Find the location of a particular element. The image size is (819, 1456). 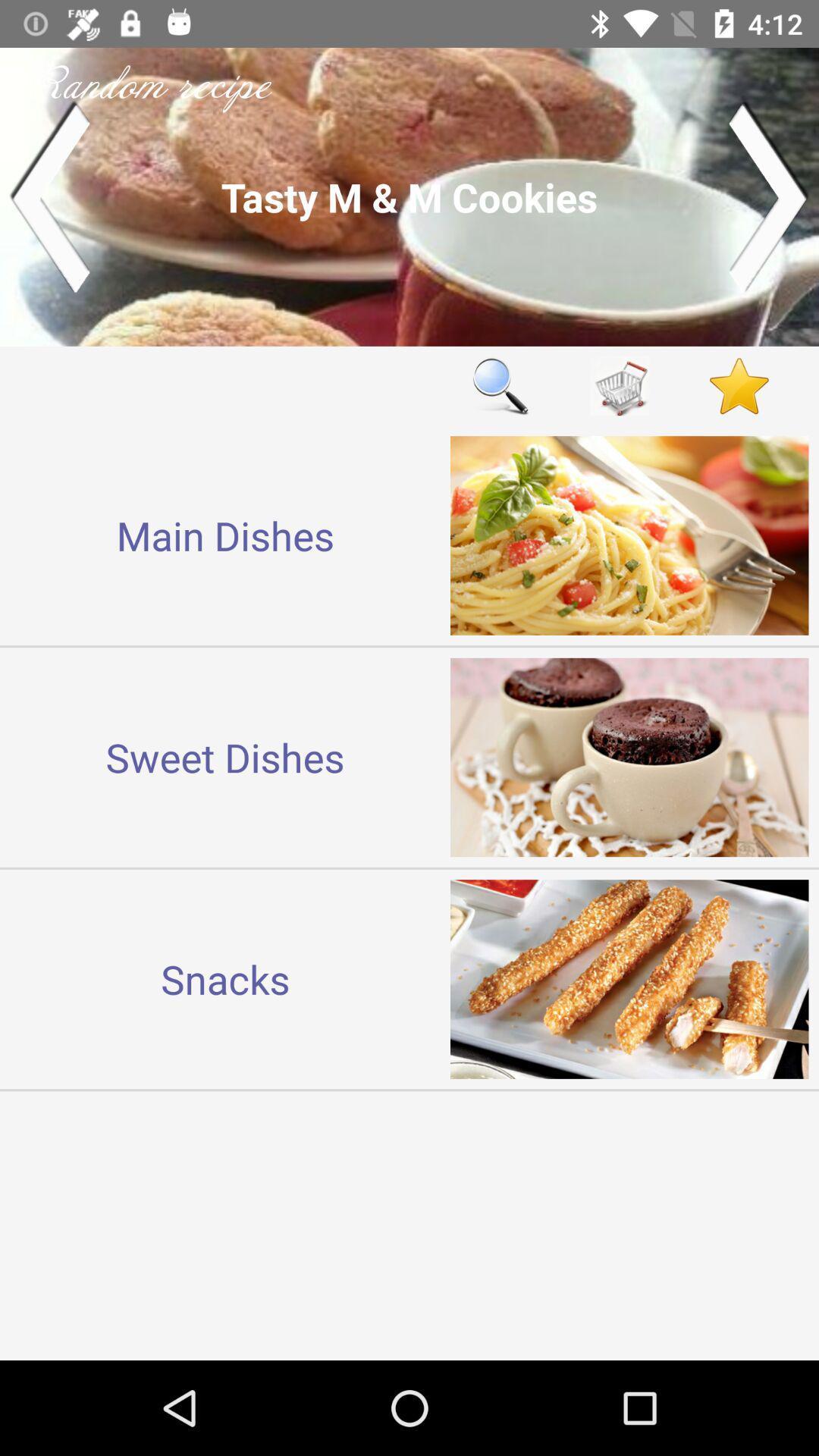

the main dishes item is located at coordinates (225, 535).